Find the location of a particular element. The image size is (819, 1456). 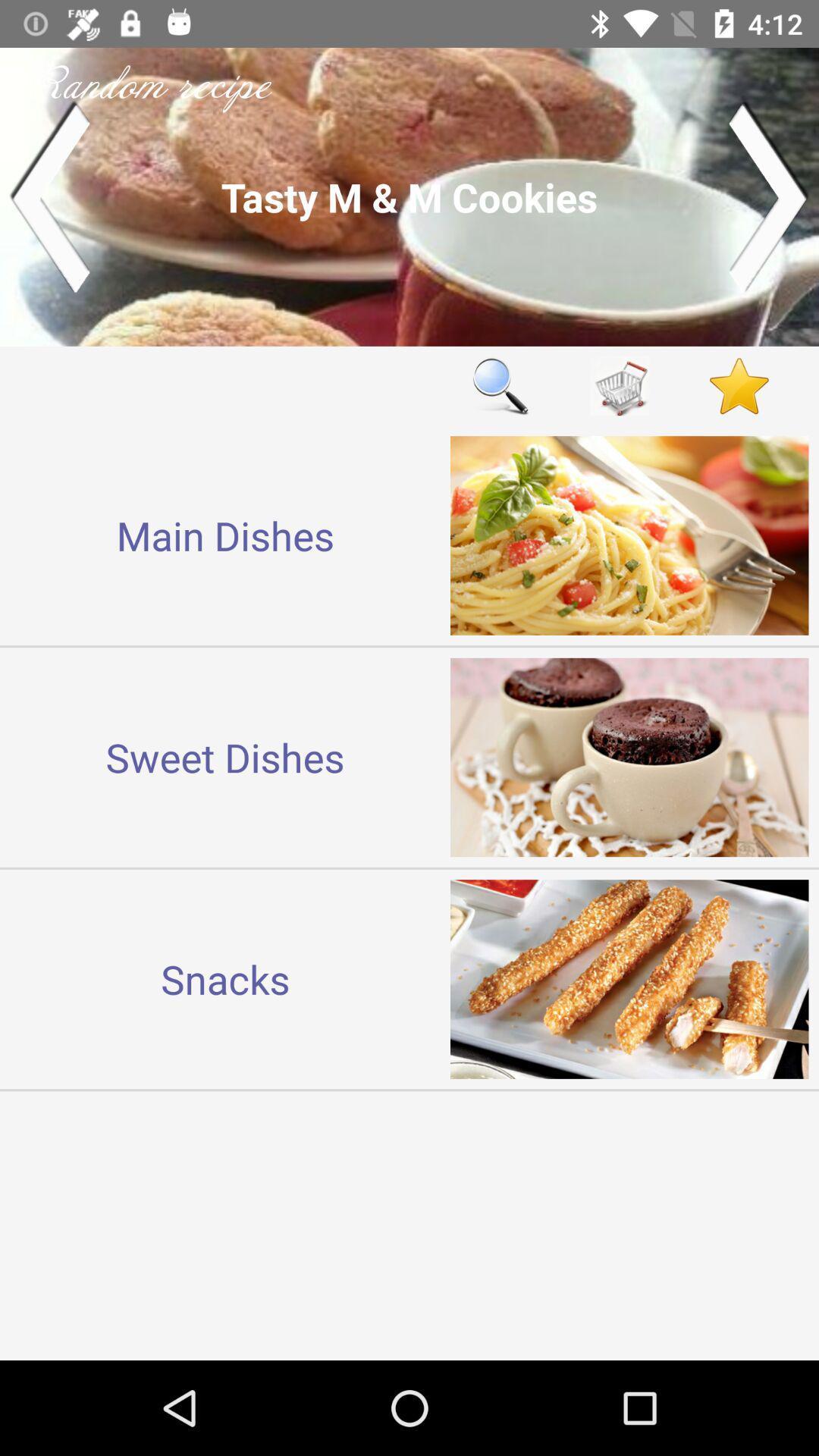

the main dishes item is located at coordinates (225, 535).